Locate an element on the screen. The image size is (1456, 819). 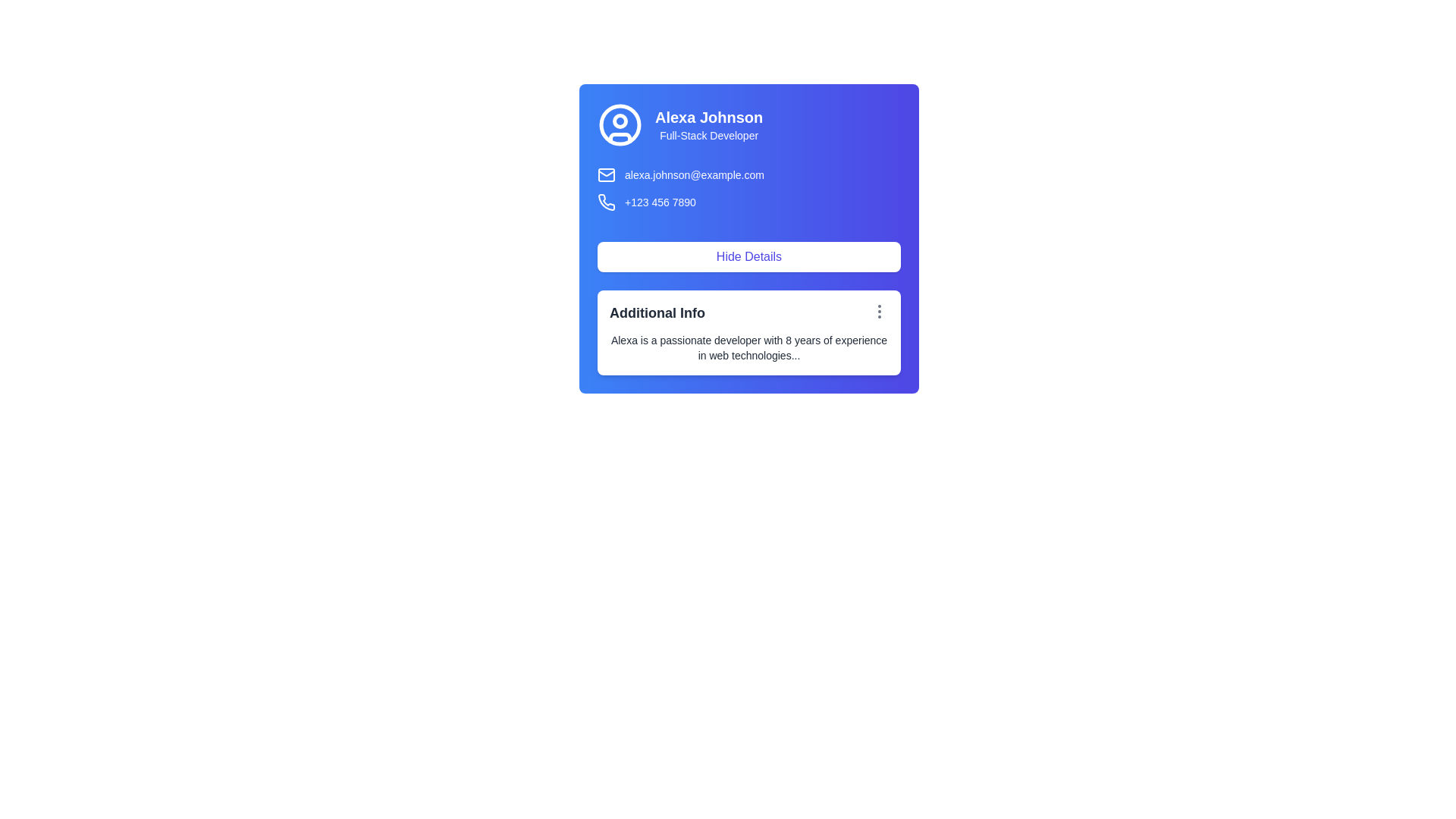
the user profile icon located in the top-left corner of the card component, which serves as an avatar placeholder for 'Alexa Johnson', a Full-Stack Developer is located at coordinates (620, 124).